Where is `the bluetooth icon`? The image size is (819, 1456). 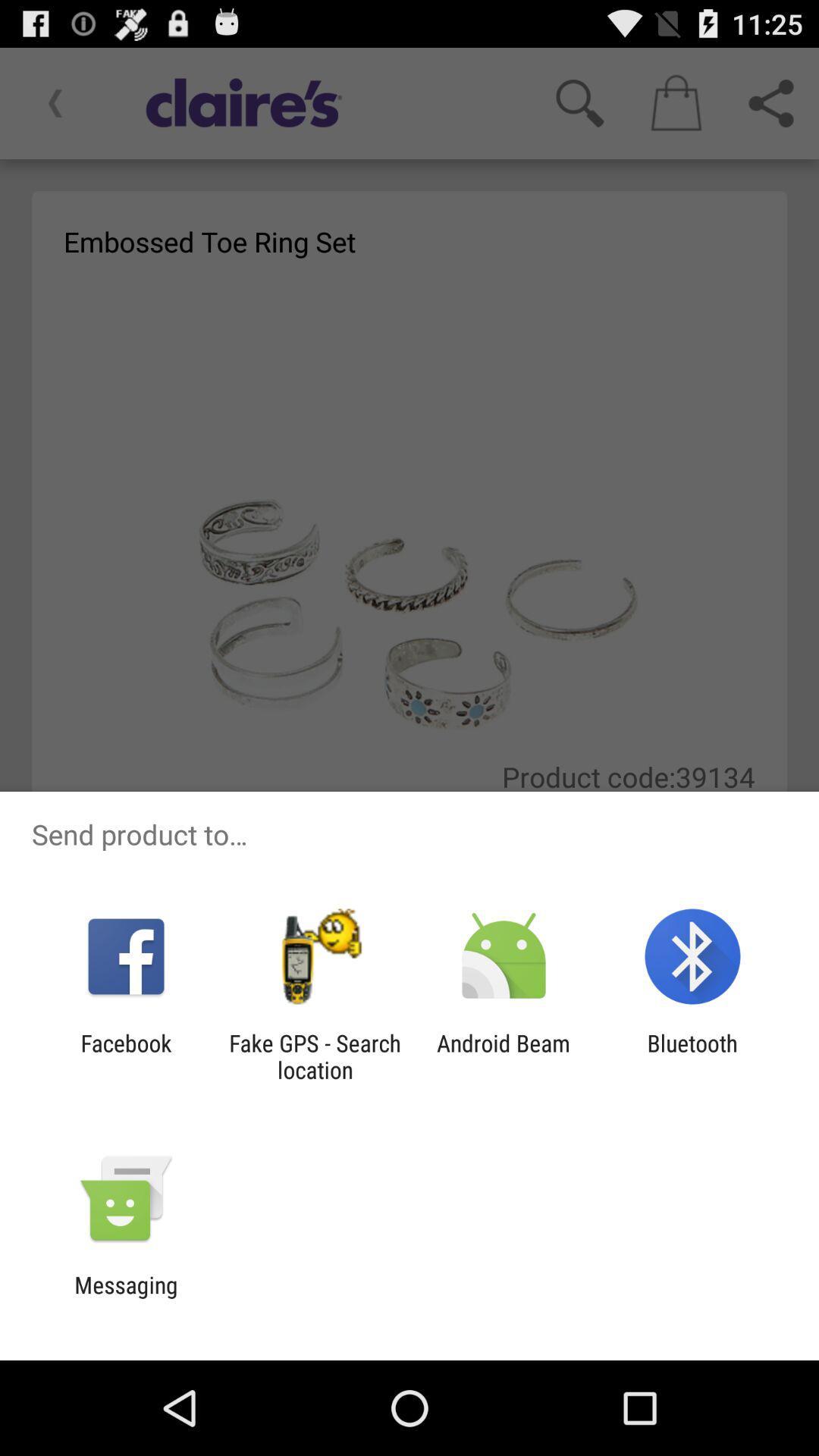
the bluetooth icon is located at coordinates (692, 1056).